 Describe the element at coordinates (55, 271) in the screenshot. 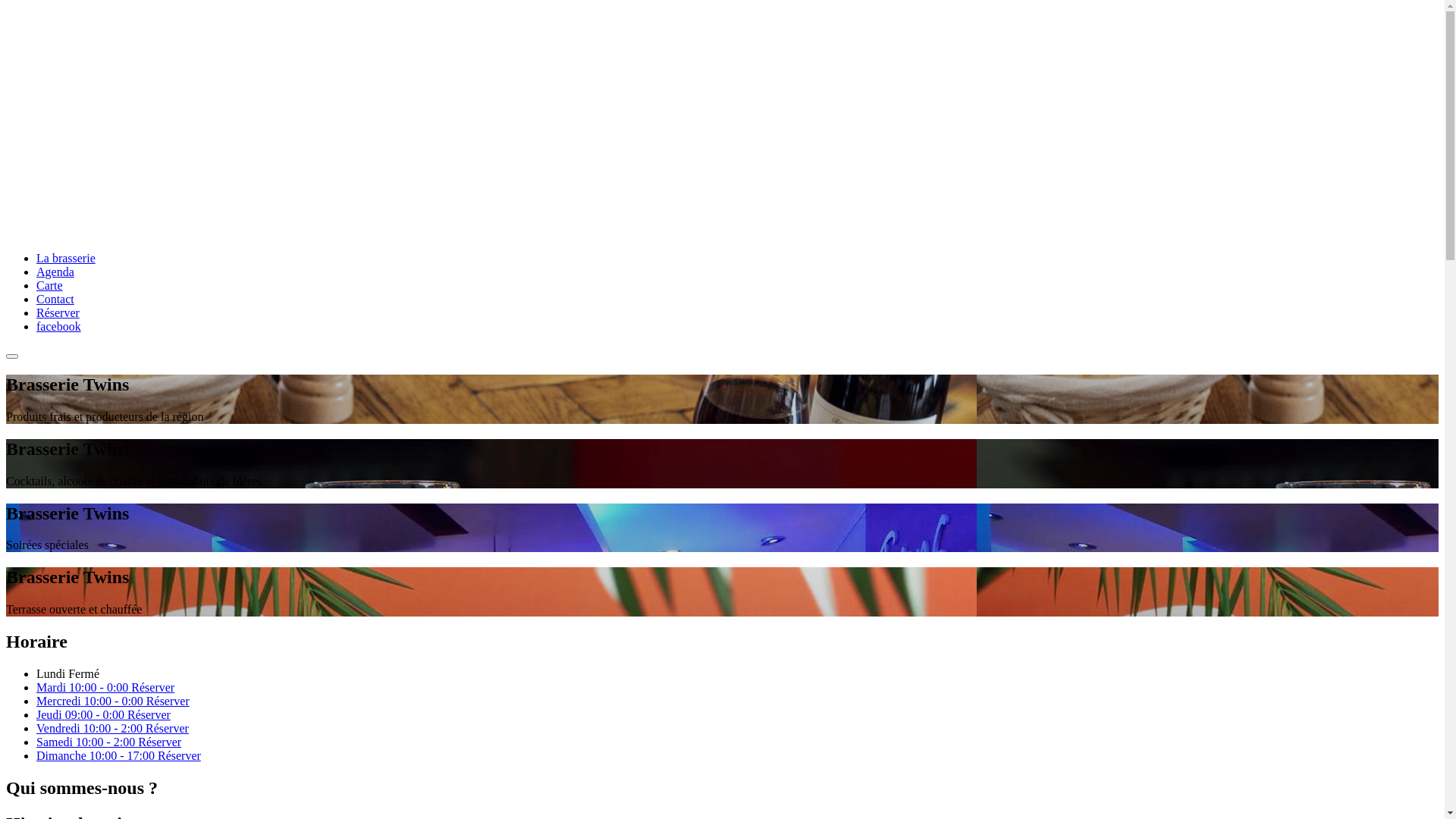

I see `'Agenda'` at that location.